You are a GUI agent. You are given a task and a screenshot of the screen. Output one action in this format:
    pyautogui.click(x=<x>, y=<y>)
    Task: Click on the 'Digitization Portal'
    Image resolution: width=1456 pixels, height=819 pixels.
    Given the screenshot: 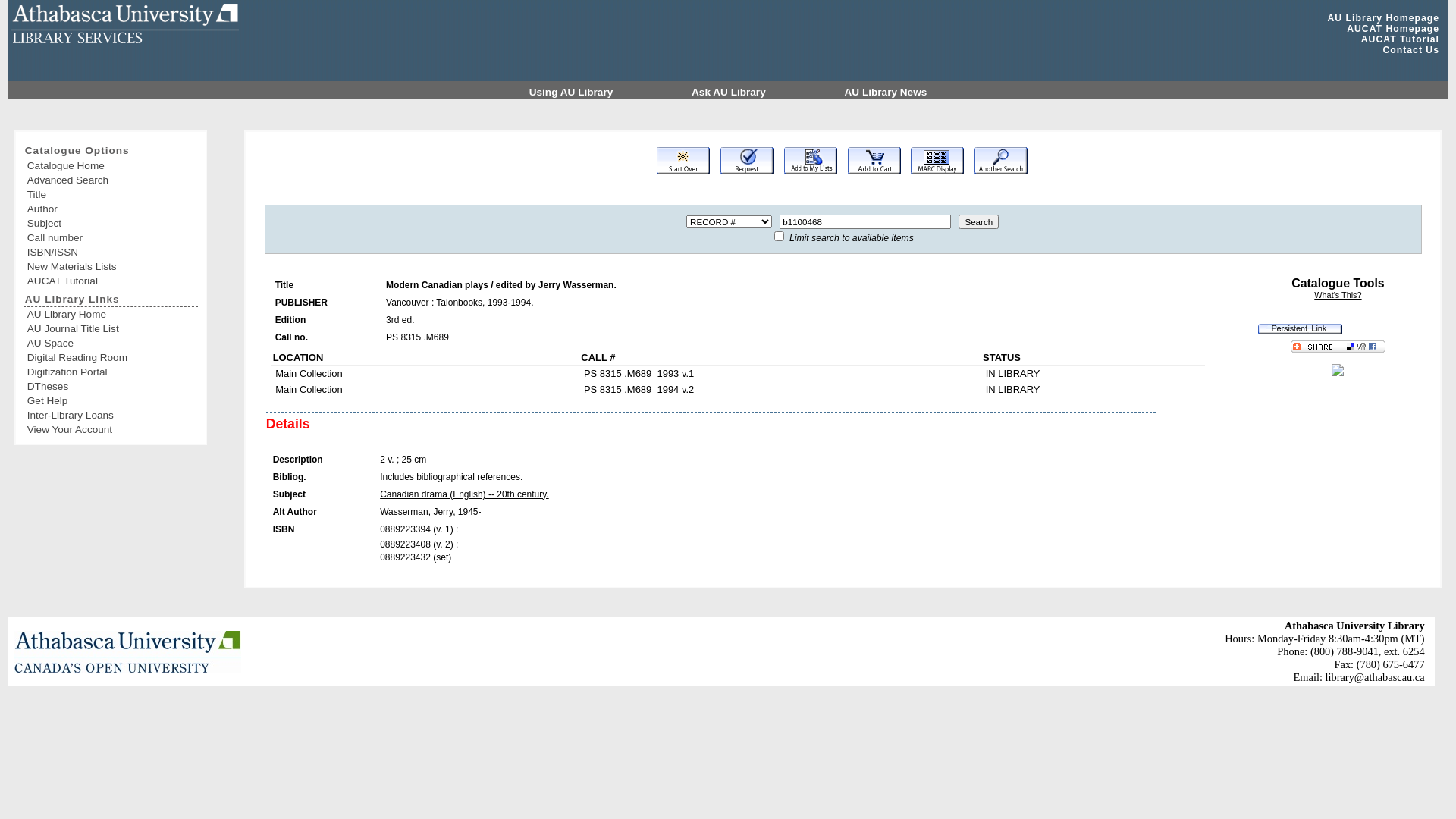 What is the action you would take?
    pyautogui.click(x=27, y=372)
    